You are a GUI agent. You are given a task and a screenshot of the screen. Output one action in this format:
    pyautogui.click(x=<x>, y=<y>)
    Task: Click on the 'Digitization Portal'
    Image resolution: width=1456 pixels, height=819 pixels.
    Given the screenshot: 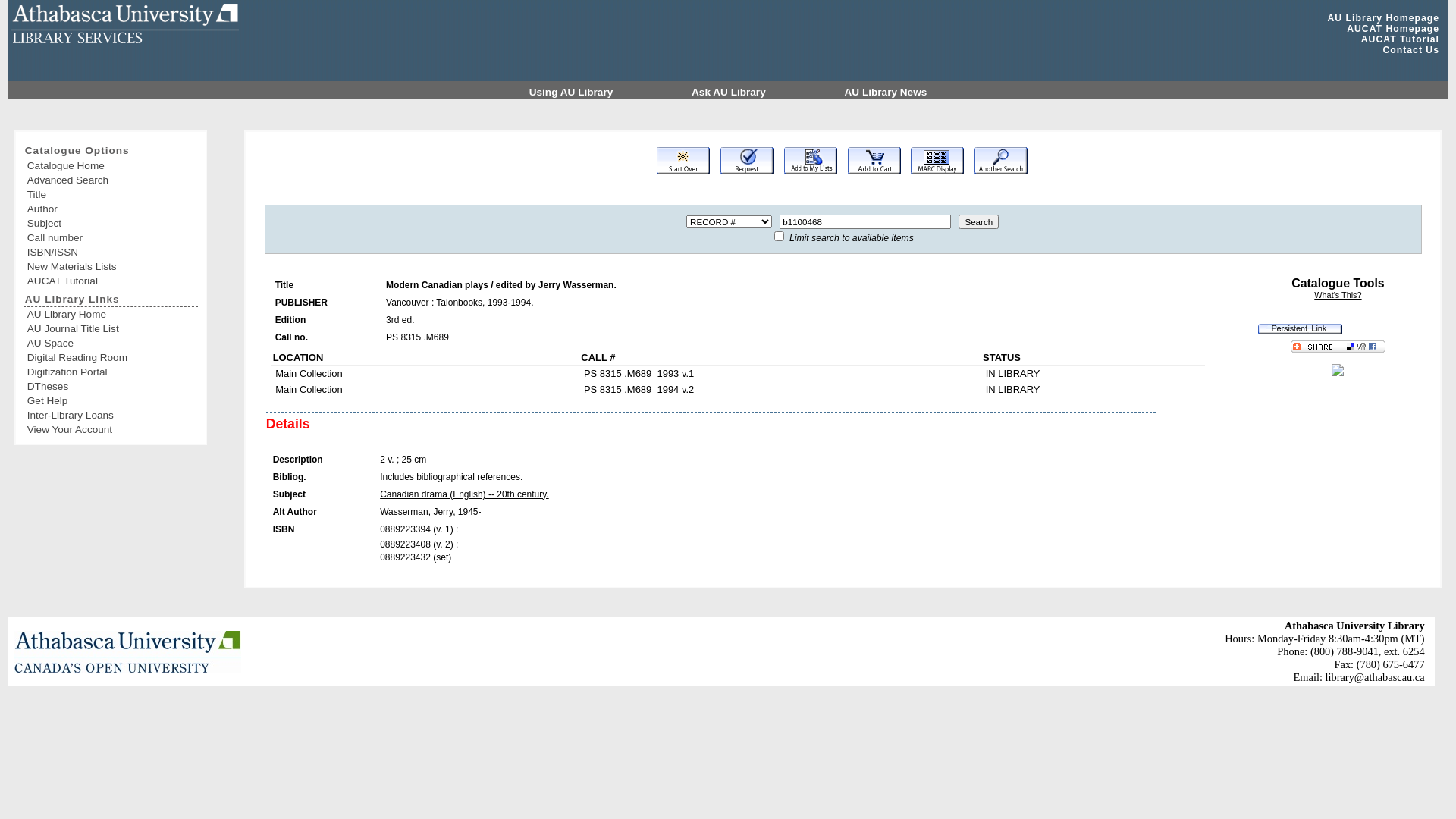 What is the action you would take?
    pyautogui.click(x=27, y=372)
    